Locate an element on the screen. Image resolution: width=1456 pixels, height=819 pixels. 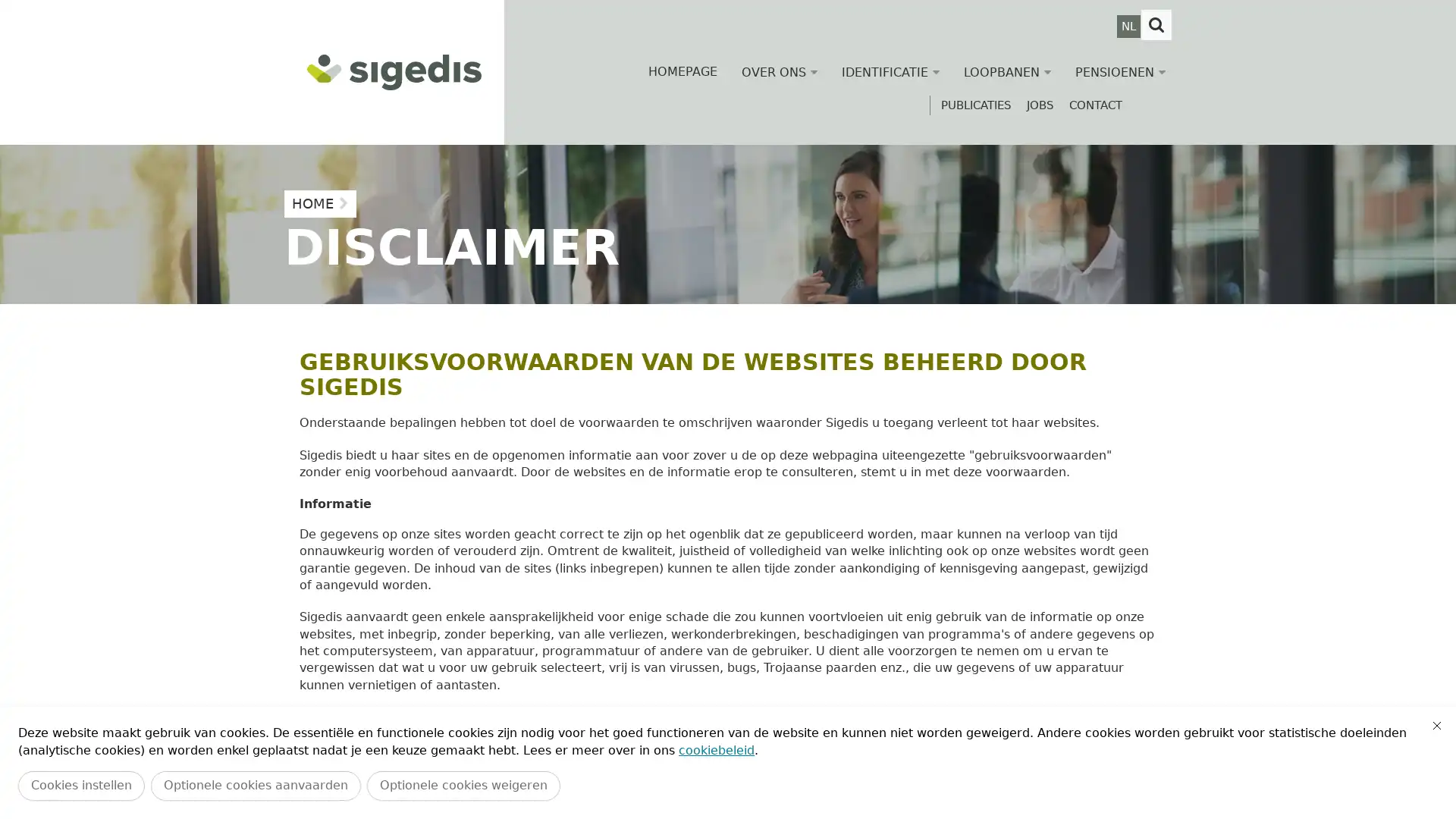
PENSIOENEN is located at coordinates (1120, 72).